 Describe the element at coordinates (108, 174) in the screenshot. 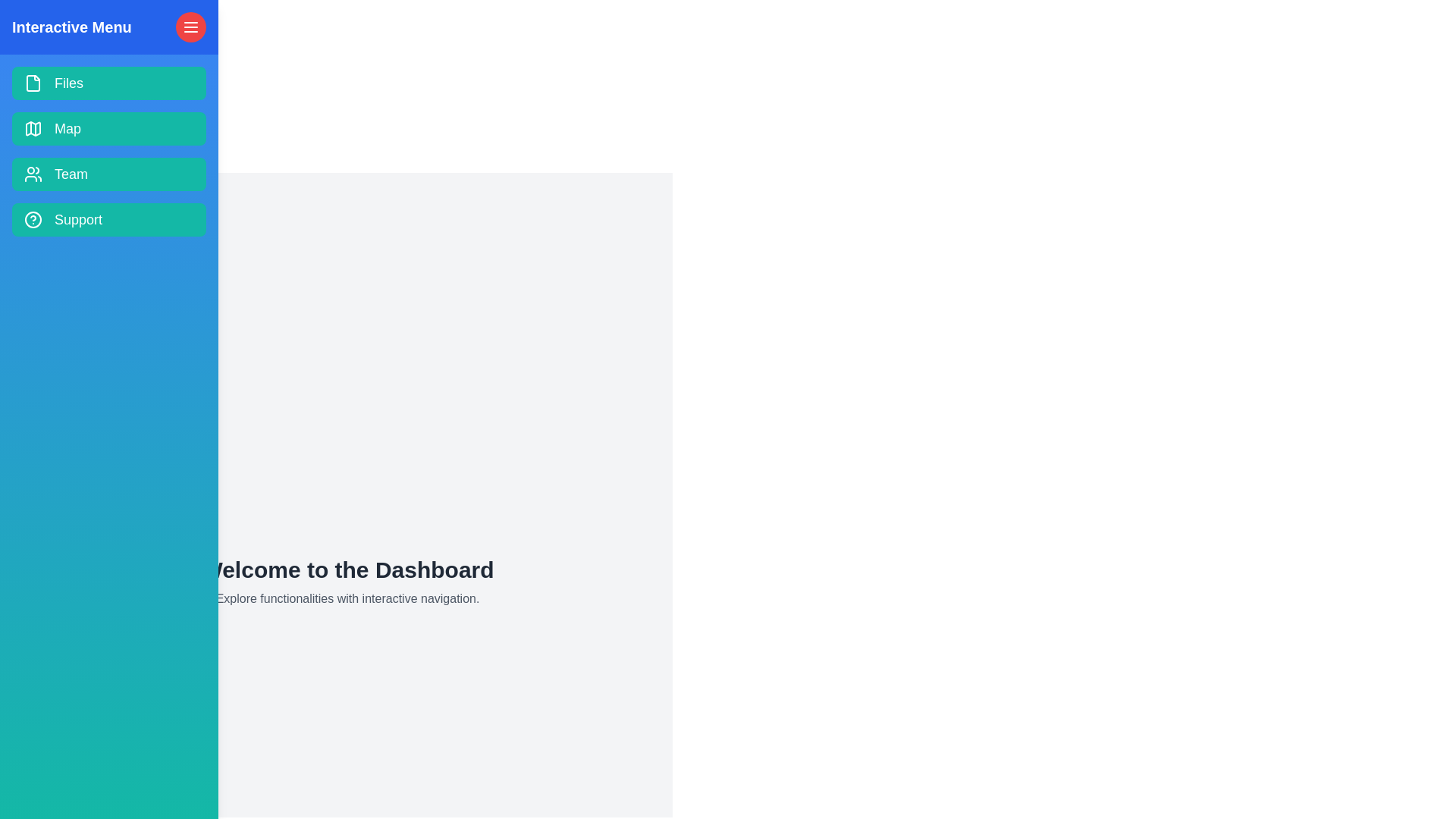

I see `the navigation item labeled Team to explore the corresponding section` at that location.